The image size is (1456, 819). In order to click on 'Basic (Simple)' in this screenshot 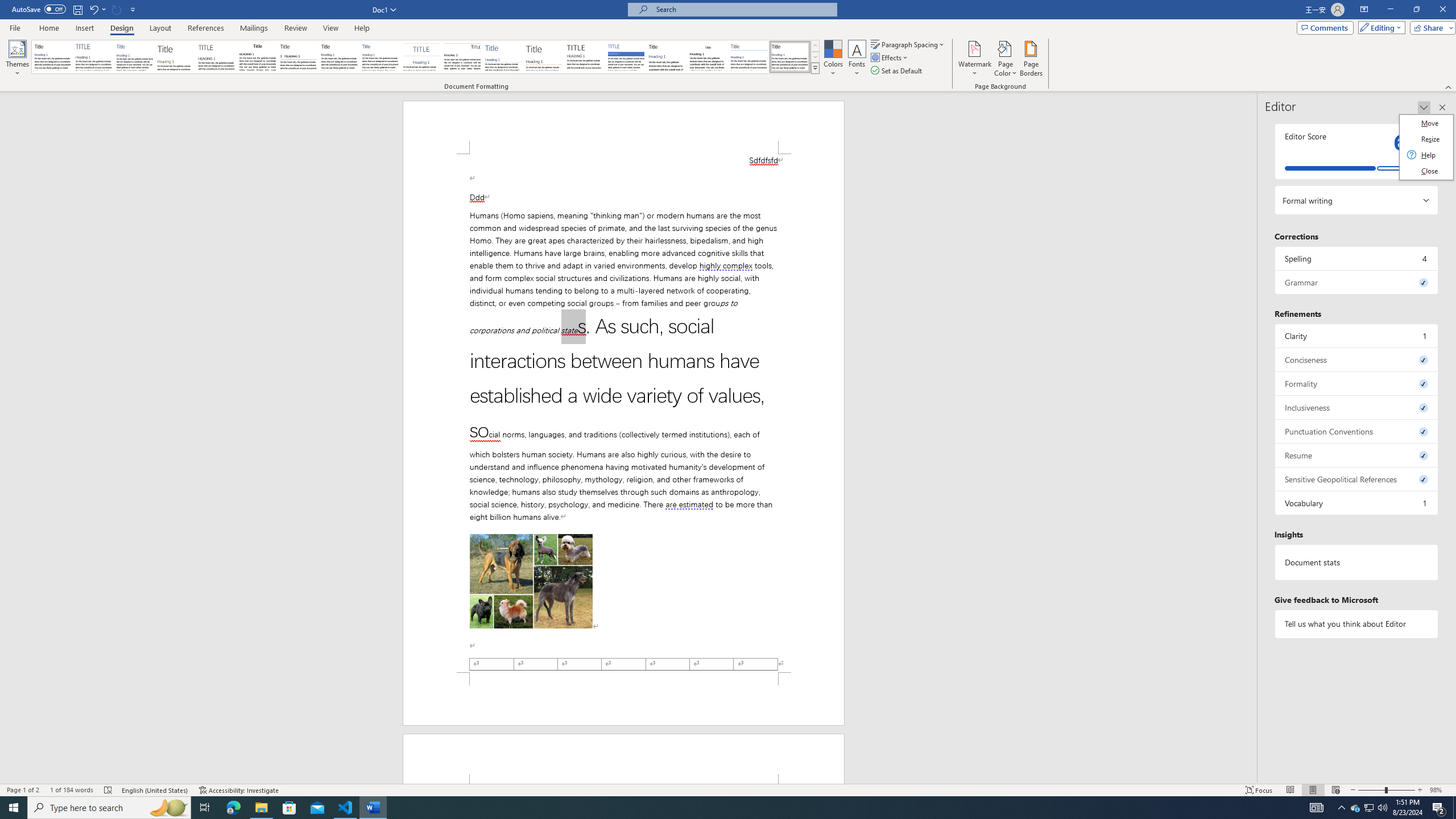, I will do `click(135, 56)`.